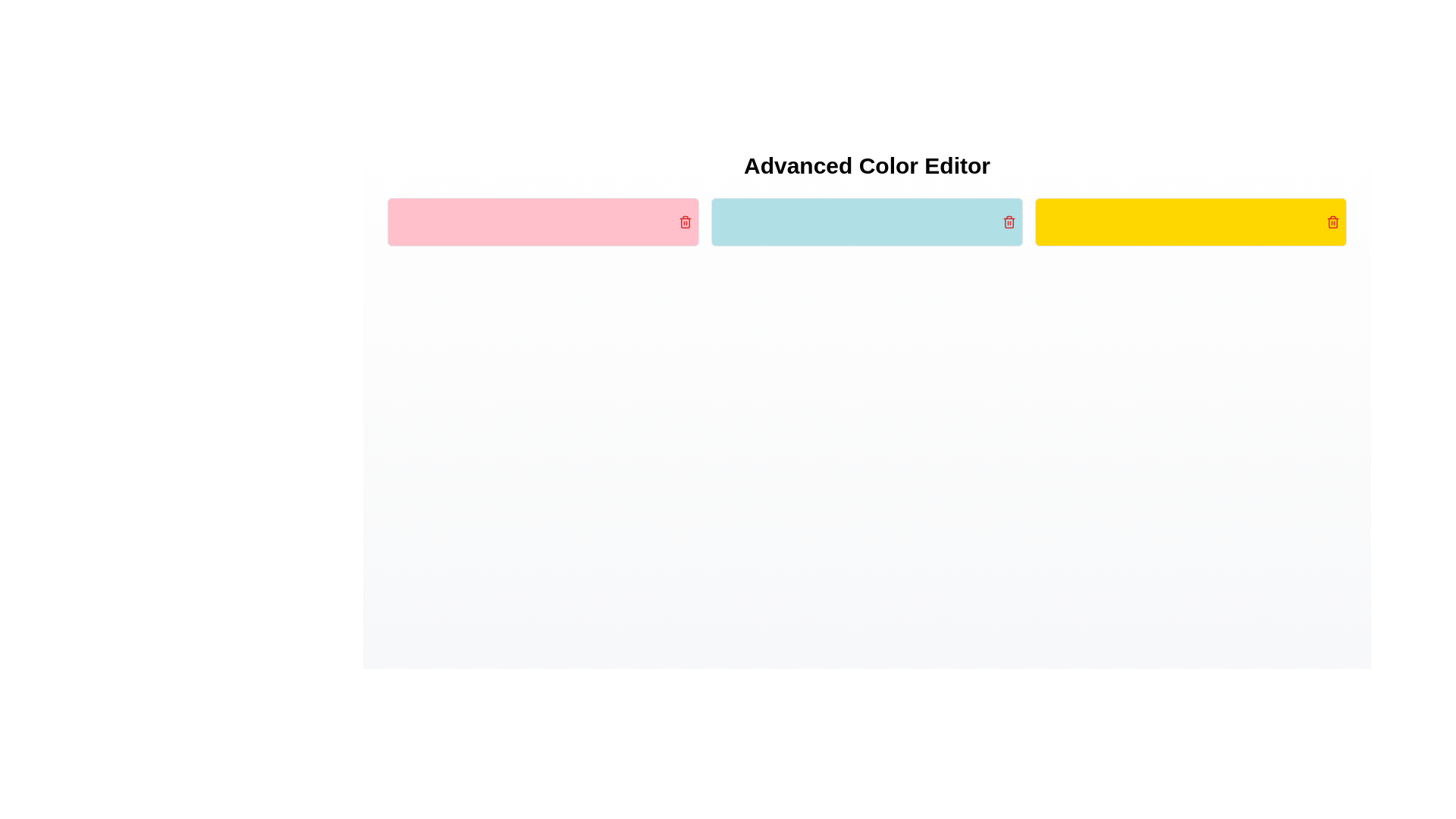 The height and width of the screenshot is (819, 1456). What do you see at coordinates (1009, 222) in the screenshot?
I see `the delete button icon located within the light blue area` at bounding box center [1009, 222].